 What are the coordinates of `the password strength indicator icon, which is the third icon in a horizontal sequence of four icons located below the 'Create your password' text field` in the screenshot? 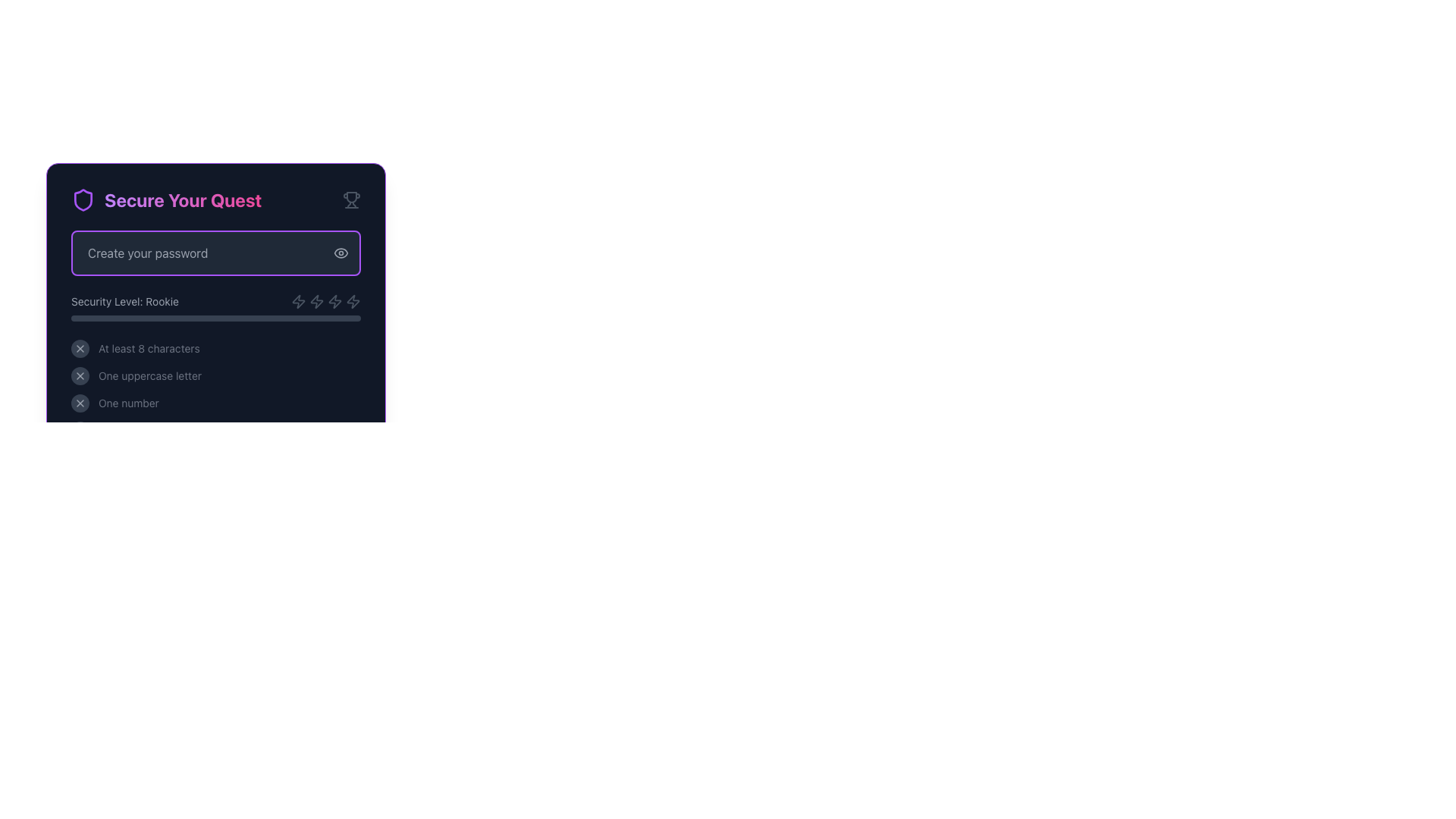 It's located at (334, 301).